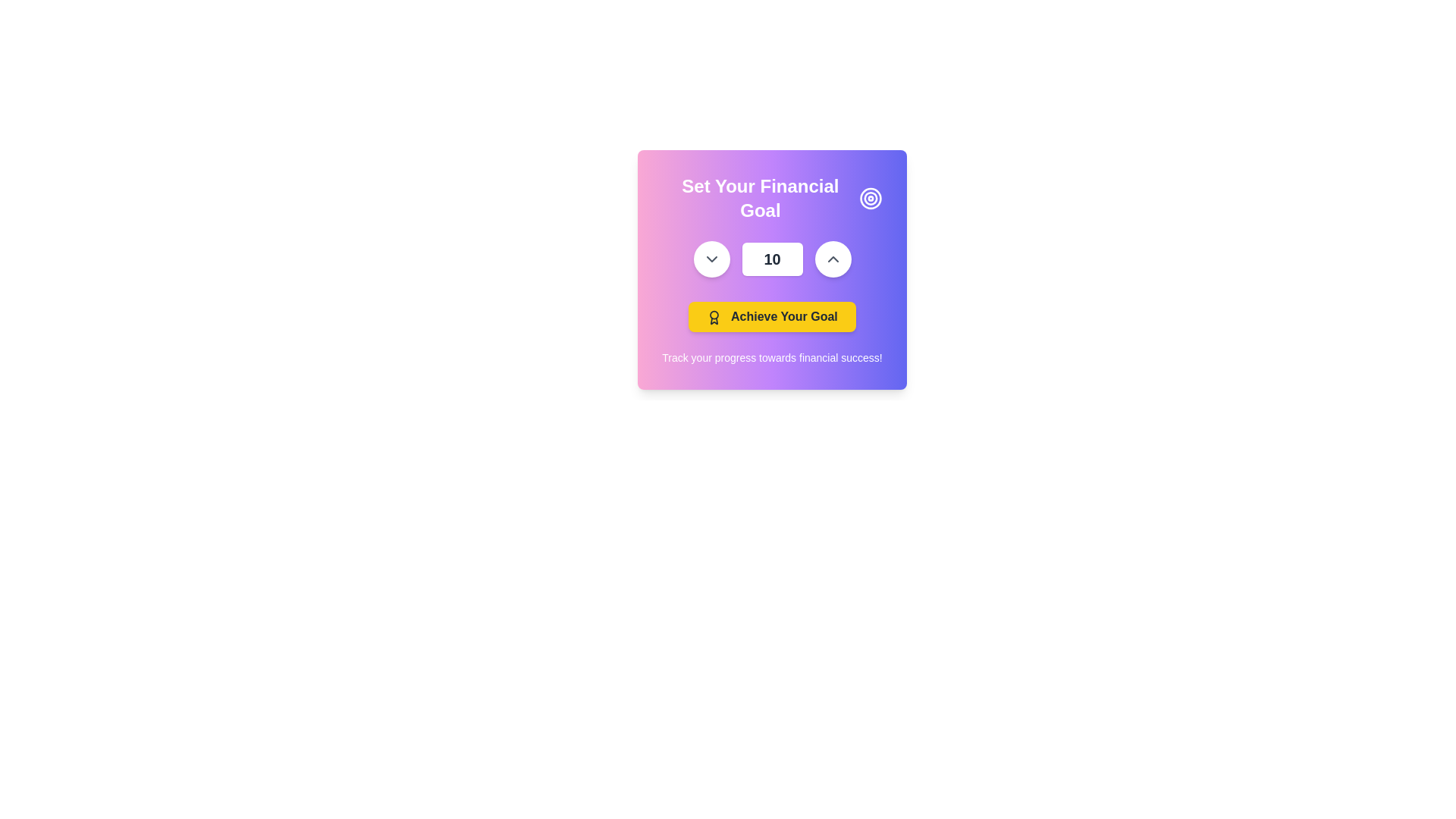 Image resolution: width=1456 pixels, height=819 pixels. I want to click on the icon located, so click(832, 259).